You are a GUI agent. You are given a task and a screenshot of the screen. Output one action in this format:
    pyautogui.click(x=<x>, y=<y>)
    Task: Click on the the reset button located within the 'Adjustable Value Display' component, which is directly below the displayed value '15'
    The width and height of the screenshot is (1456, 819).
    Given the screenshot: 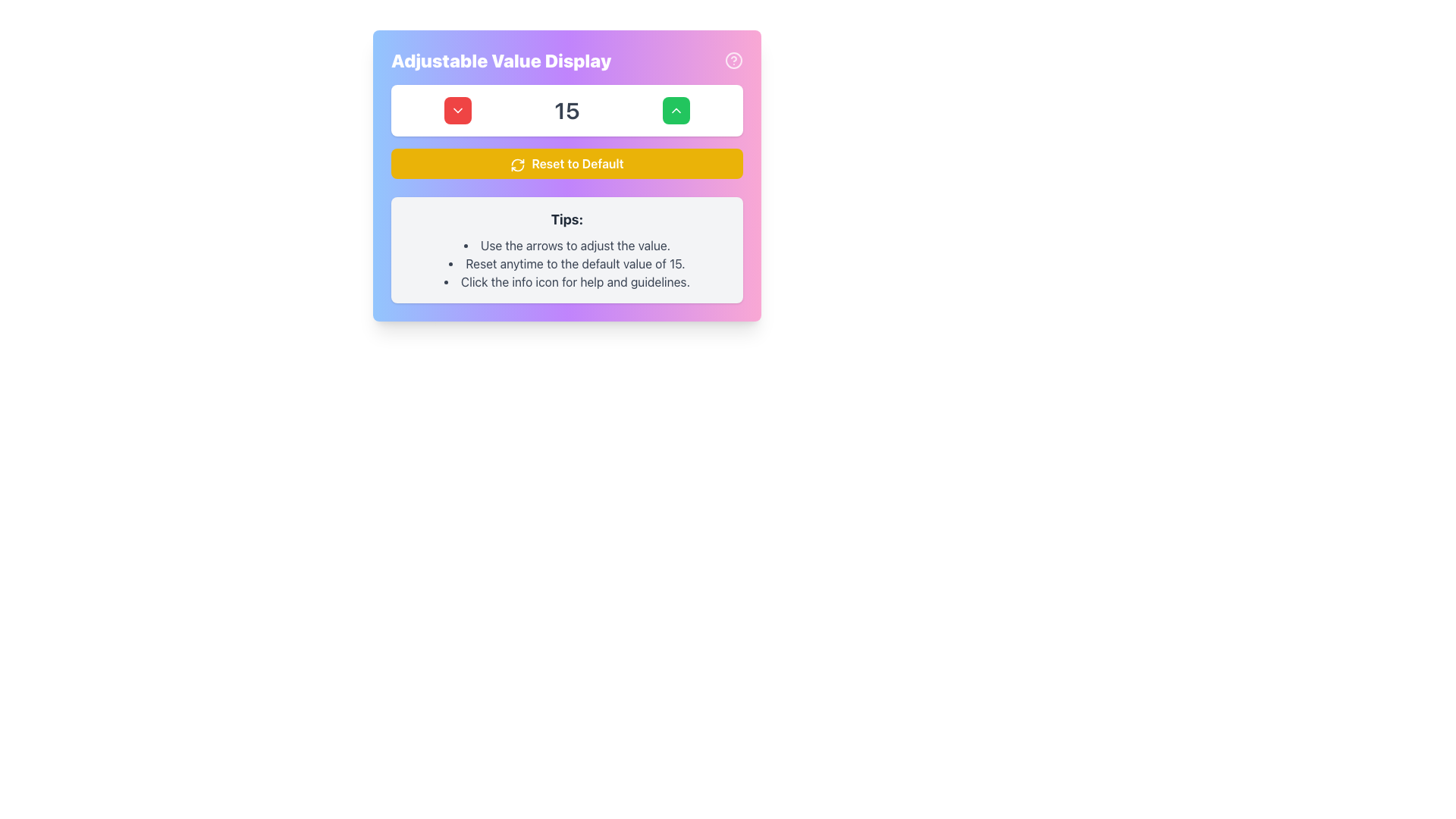 What is the action you would take?
    pyautogui.click(x=566, y=164)
    